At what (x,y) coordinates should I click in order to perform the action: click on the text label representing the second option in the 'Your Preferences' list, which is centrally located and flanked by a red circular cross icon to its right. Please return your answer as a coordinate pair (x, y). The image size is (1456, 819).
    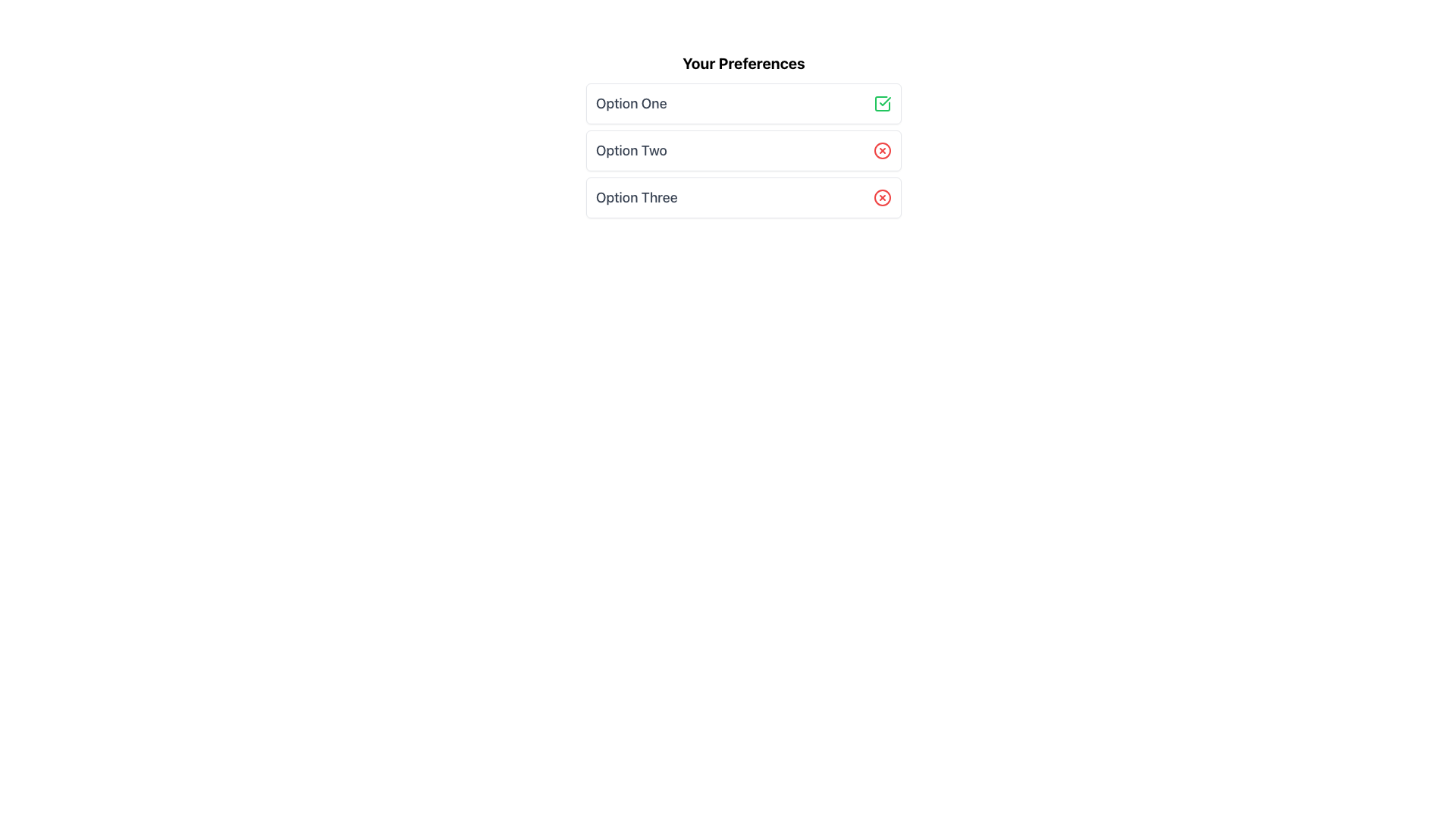
    Looking at the image, I should click on (631, 151).